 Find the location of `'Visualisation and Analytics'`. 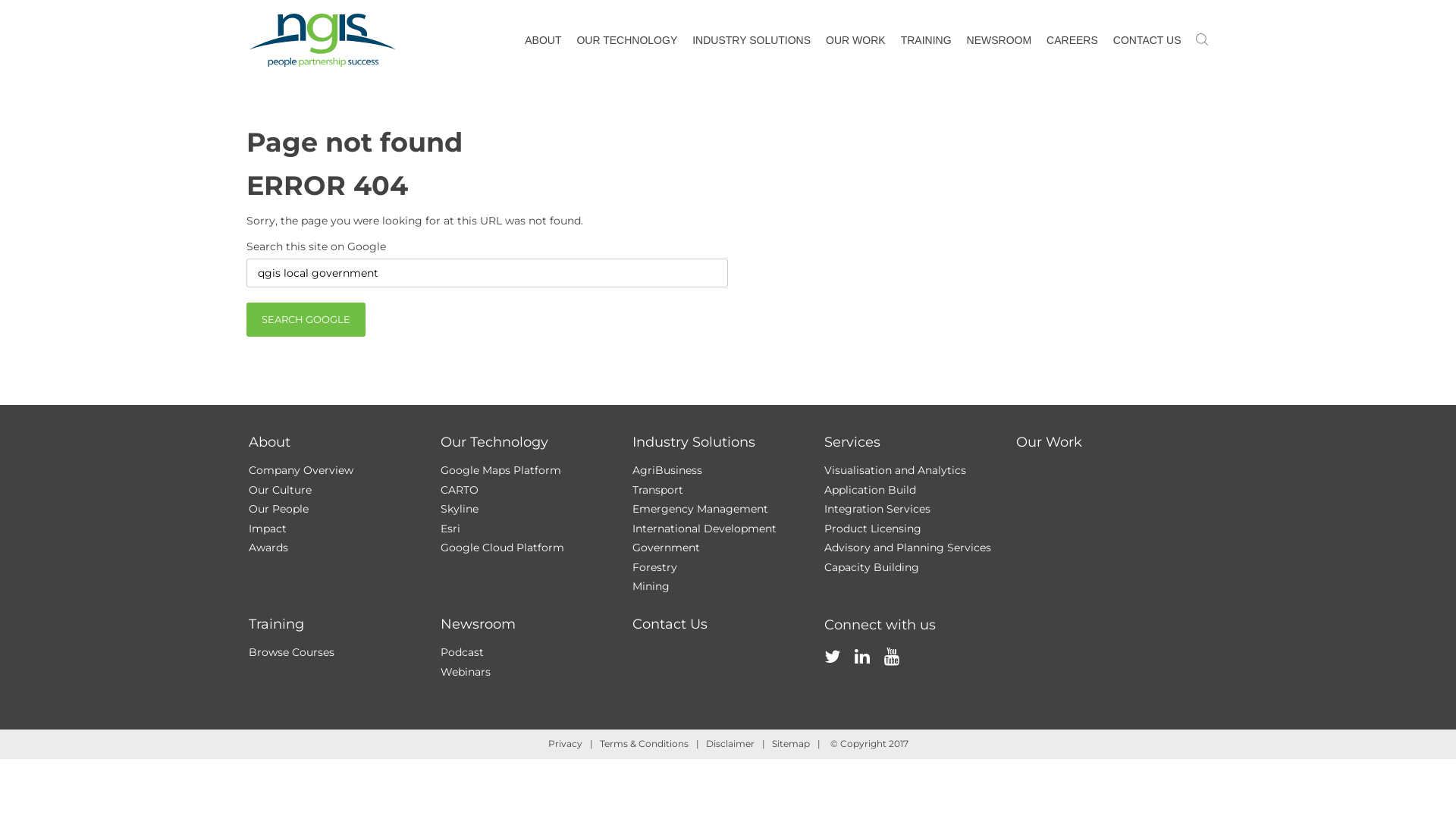

'Visualisation and Analytics' is located at coordinates (894, 469).